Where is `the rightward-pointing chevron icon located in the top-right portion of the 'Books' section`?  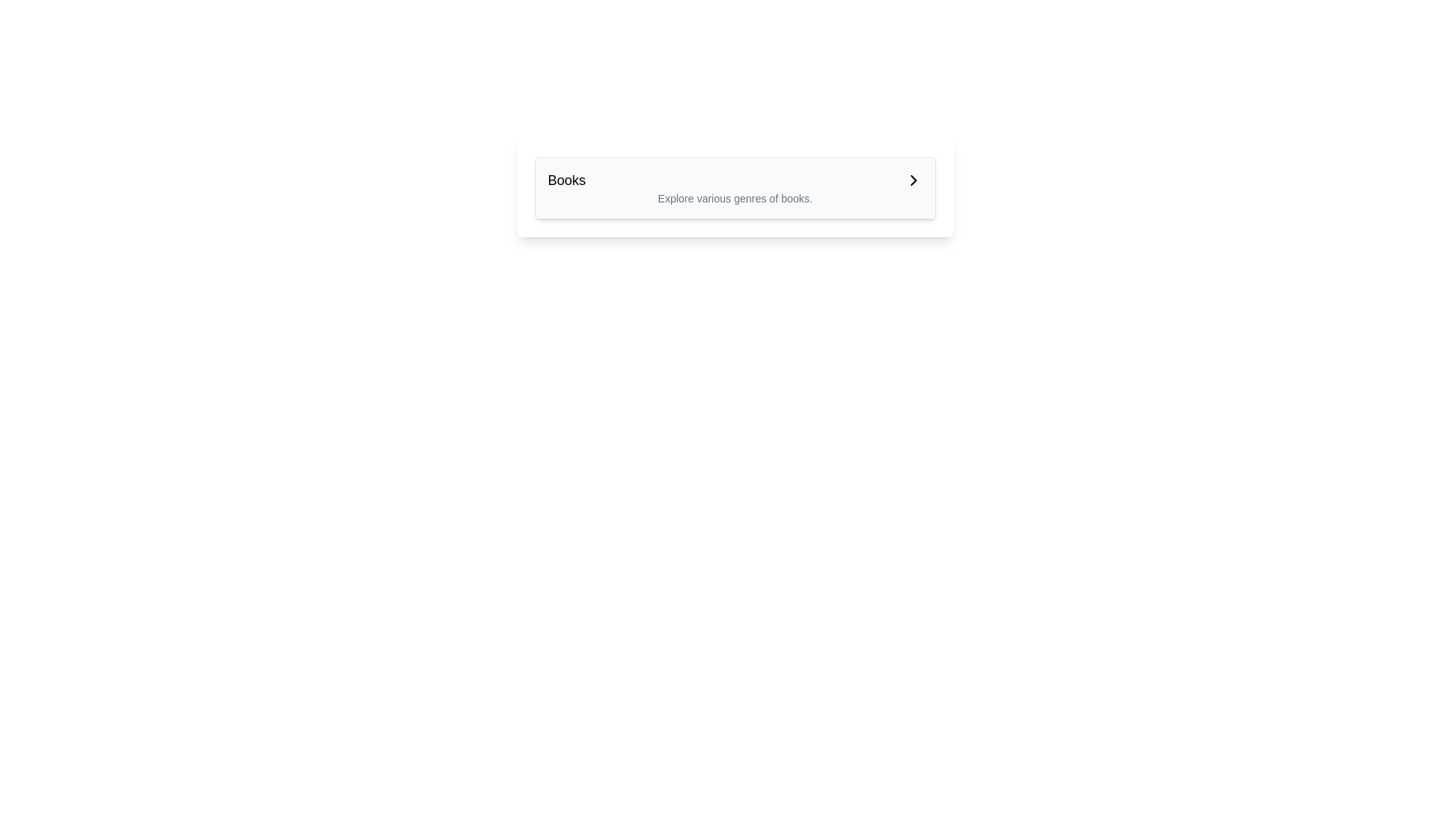
the rightward-pointing chevron icon located in the top-right portion of the 'Books' section is located at coordinates (912, 180).